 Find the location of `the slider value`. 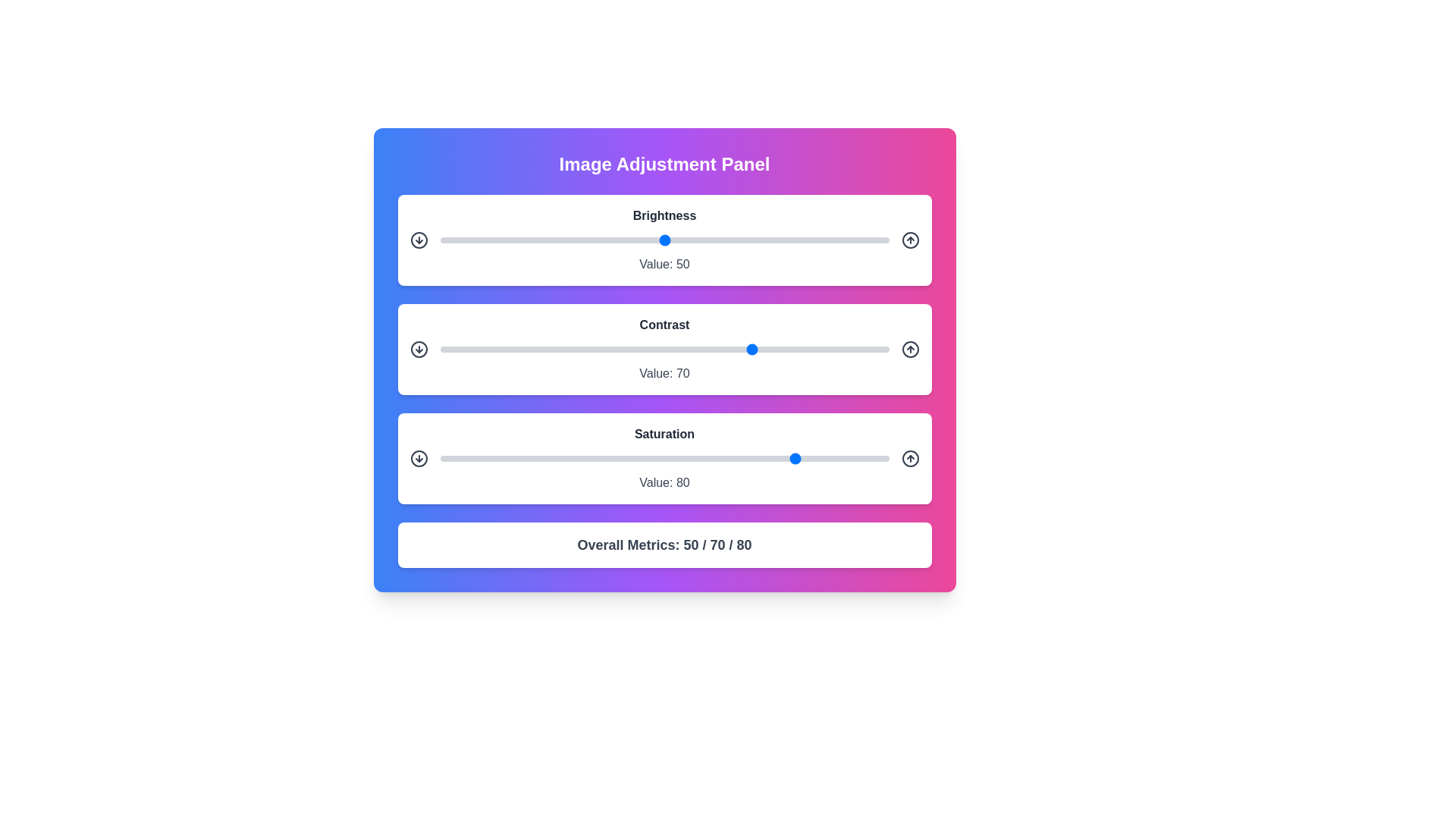

the slider value is located at coordinates (570, 458).